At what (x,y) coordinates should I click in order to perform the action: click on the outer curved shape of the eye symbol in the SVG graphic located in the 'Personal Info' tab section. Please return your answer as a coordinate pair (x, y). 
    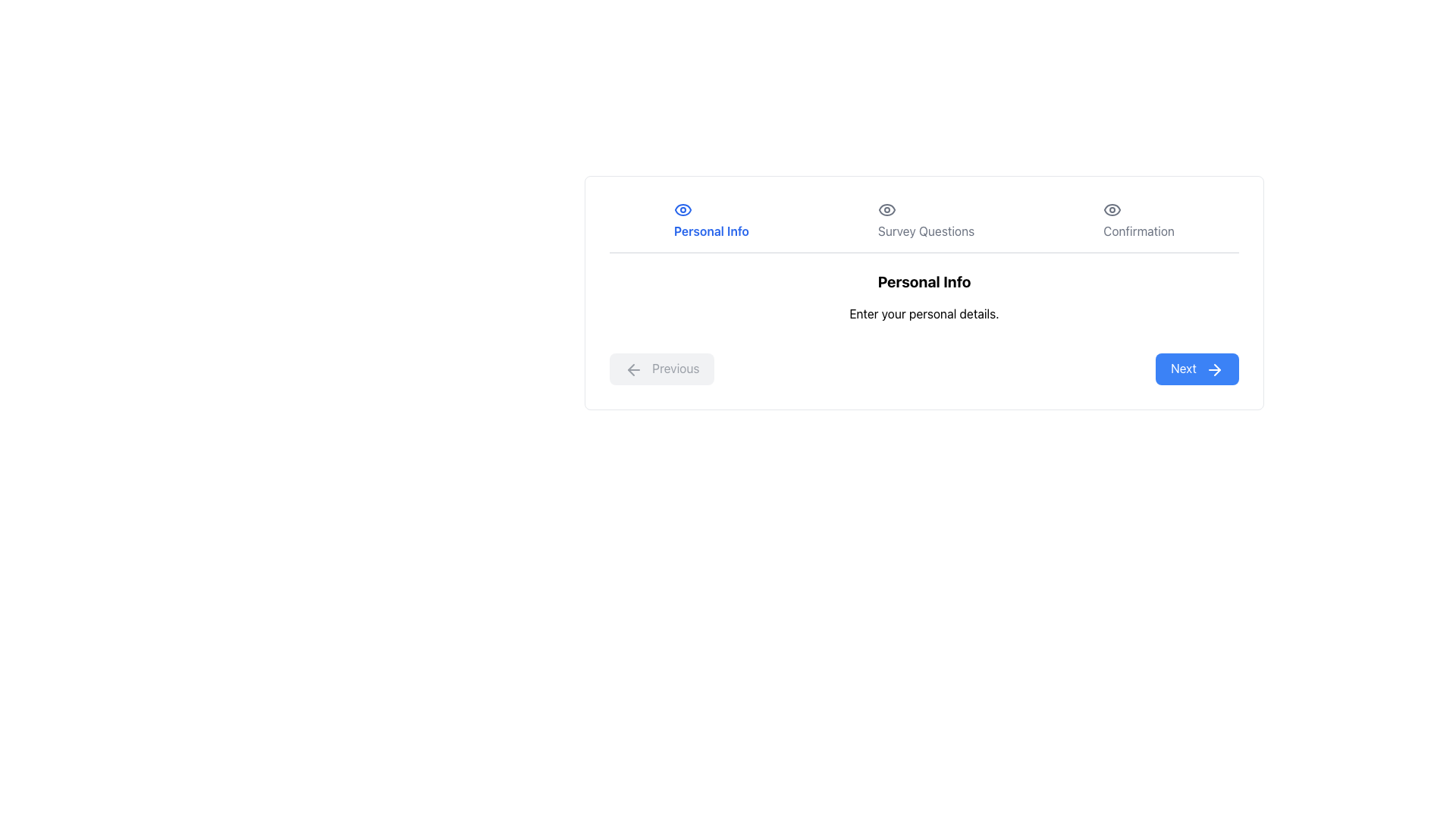
    Looking at the image, I should click on (682, 210).